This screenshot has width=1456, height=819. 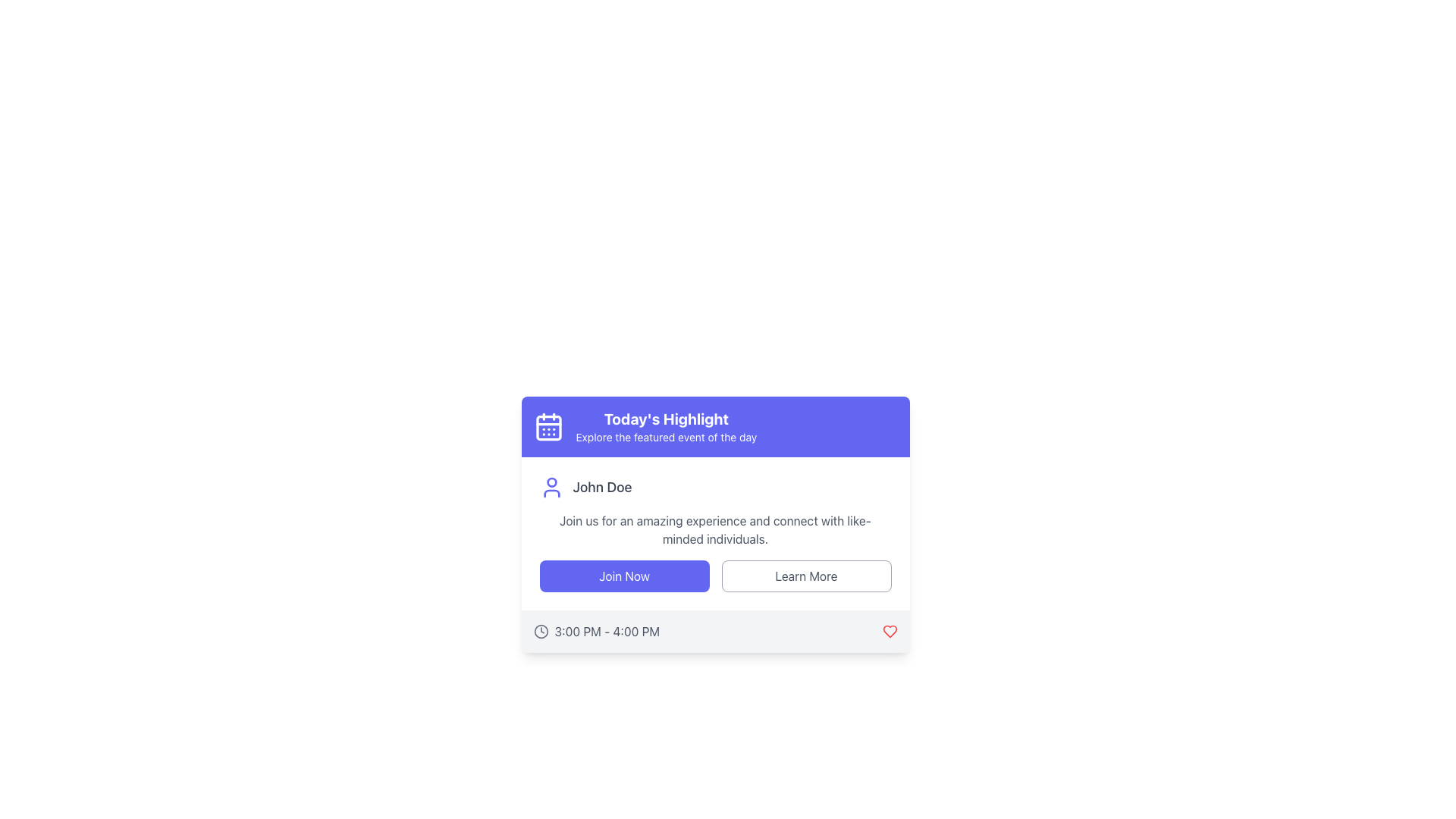 What do you see at coordinates (666, 419) in the screenshot?
I see `the title text element located in the upper-left corner of the card component, which introduces the content or purpose of the card` at bounding box center [666, 419].